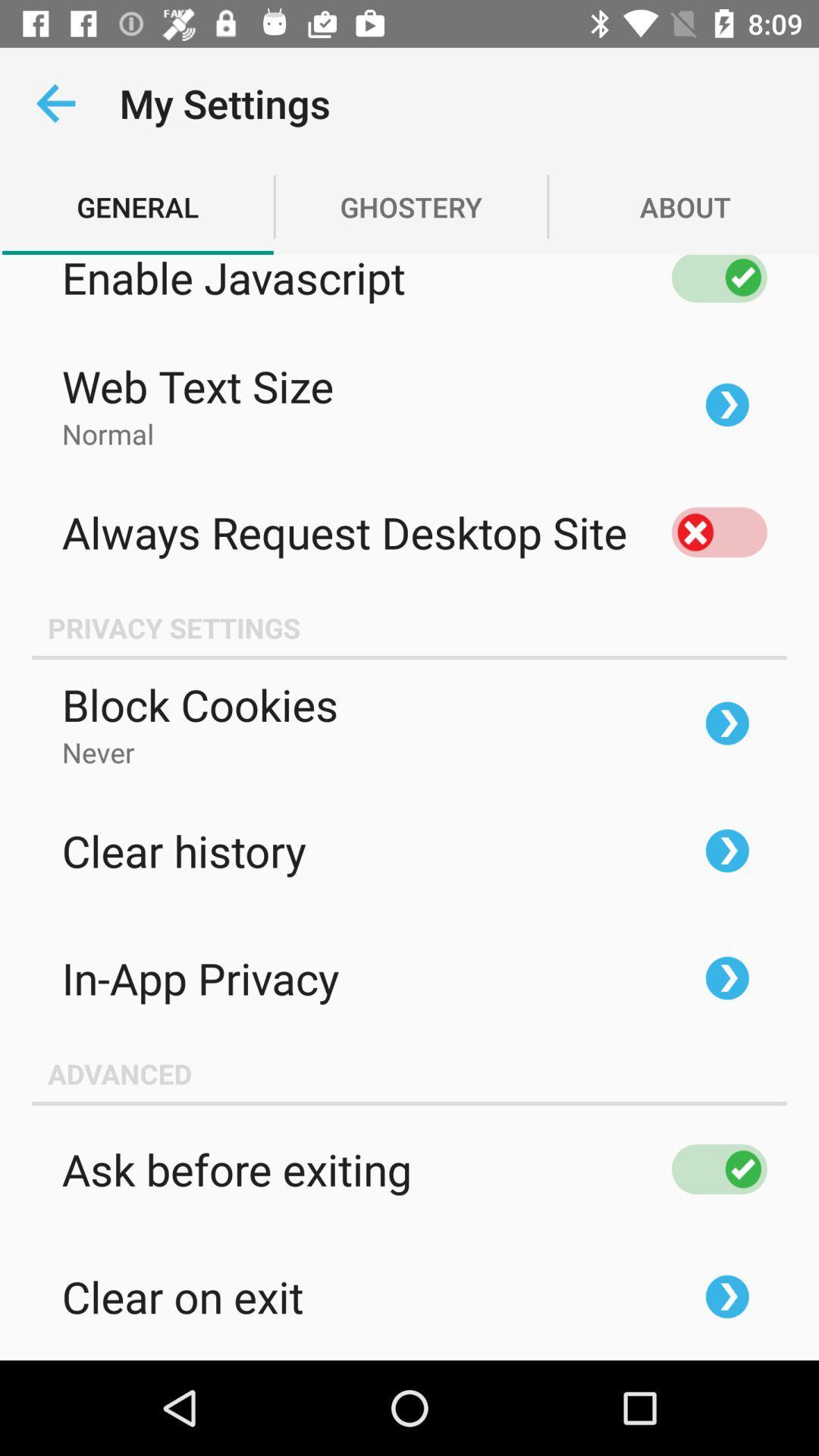  Describe the element at coordinates (409, 628) in the screenshot. I see `privacy settings icon` at that location.